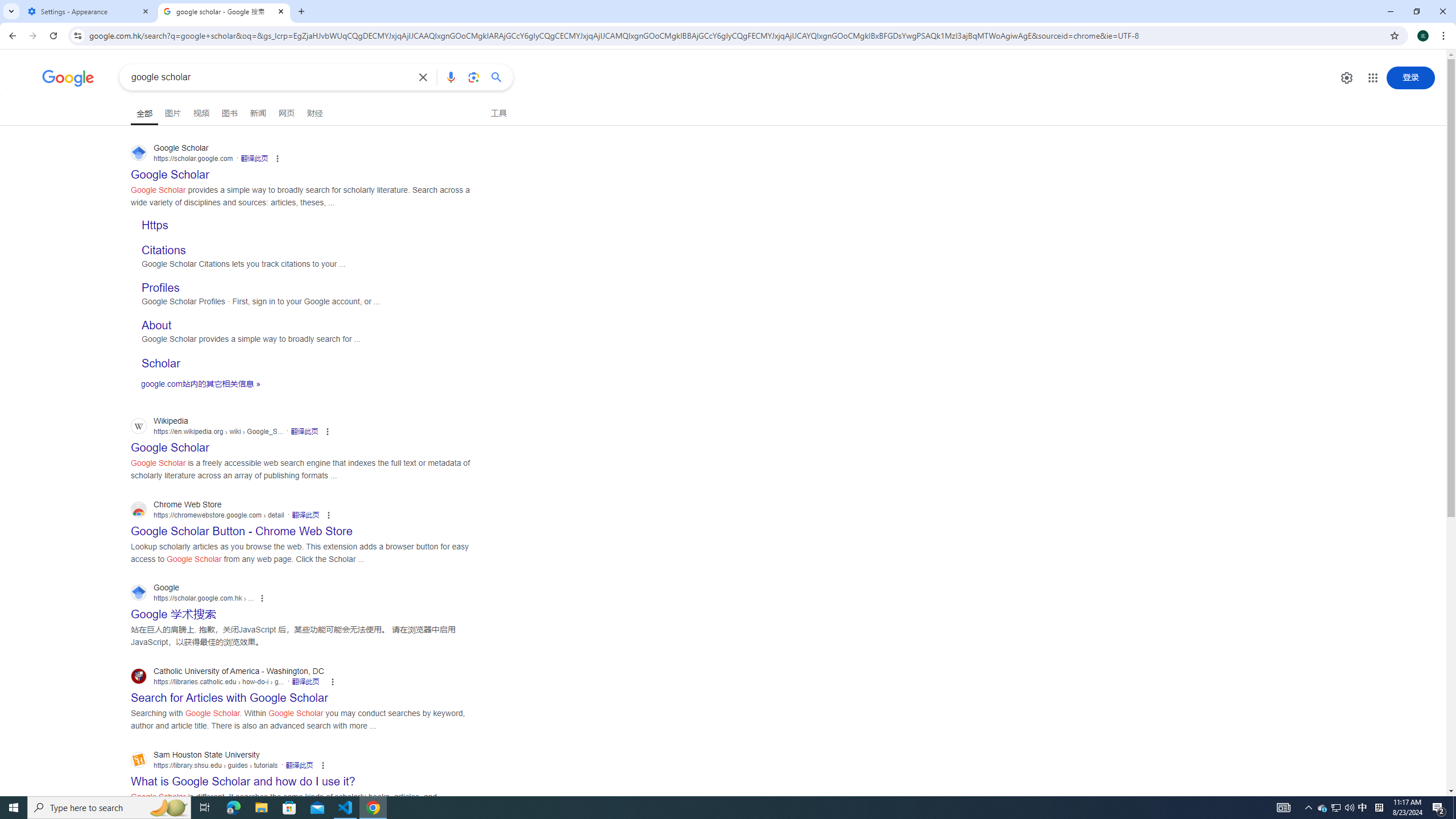  Describe the element at coordinates (160, 287) in the screenshot. I see `'Profiles'` at that location.